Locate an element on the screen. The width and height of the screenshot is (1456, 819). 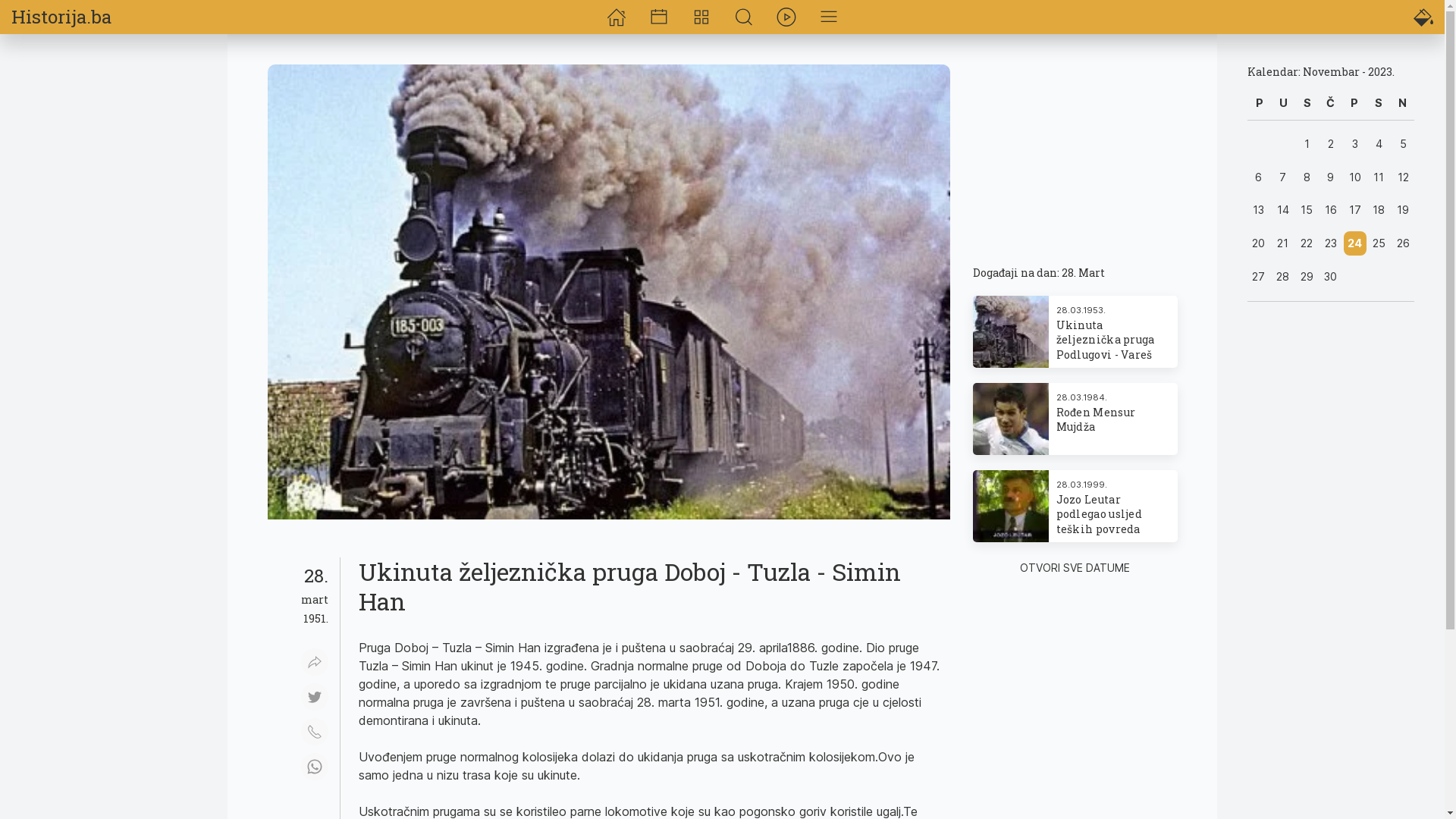
'26' is located at coordinates (1391, 242).